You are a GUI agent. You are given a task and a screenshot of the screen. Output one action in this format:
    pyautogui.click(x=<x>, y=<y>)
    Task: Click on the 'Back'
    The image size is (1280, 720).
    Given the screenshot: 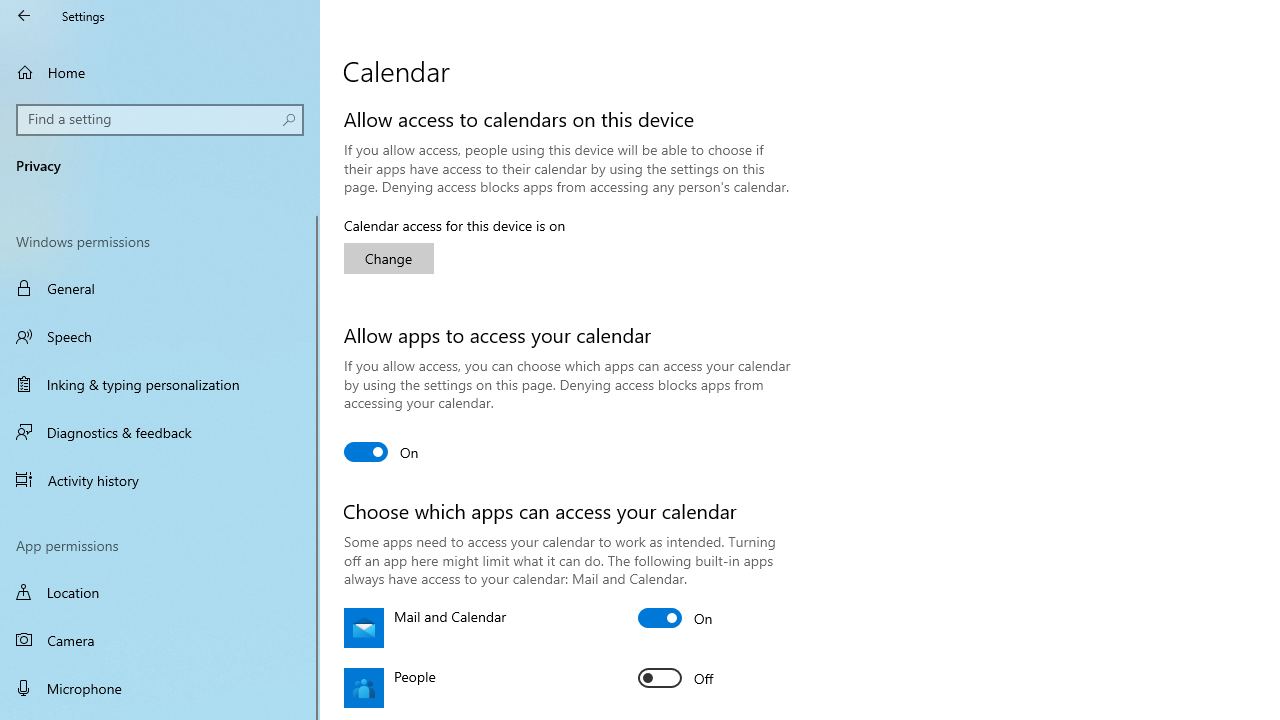 What is the action you would take?
    pyautogui.click(x=24, y=15)
    